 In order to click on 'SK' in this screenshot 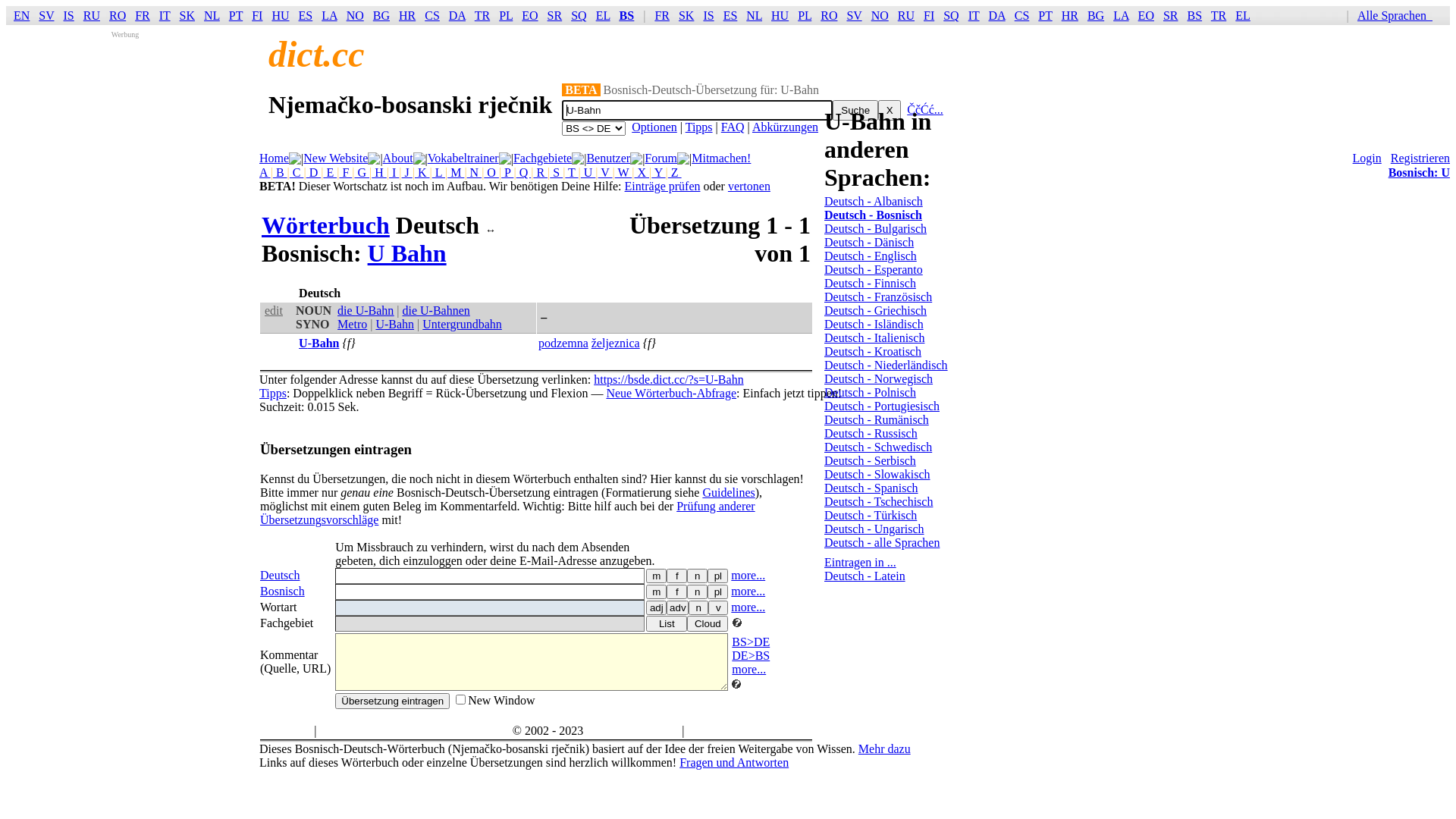, I will do `click(186, 15)`.